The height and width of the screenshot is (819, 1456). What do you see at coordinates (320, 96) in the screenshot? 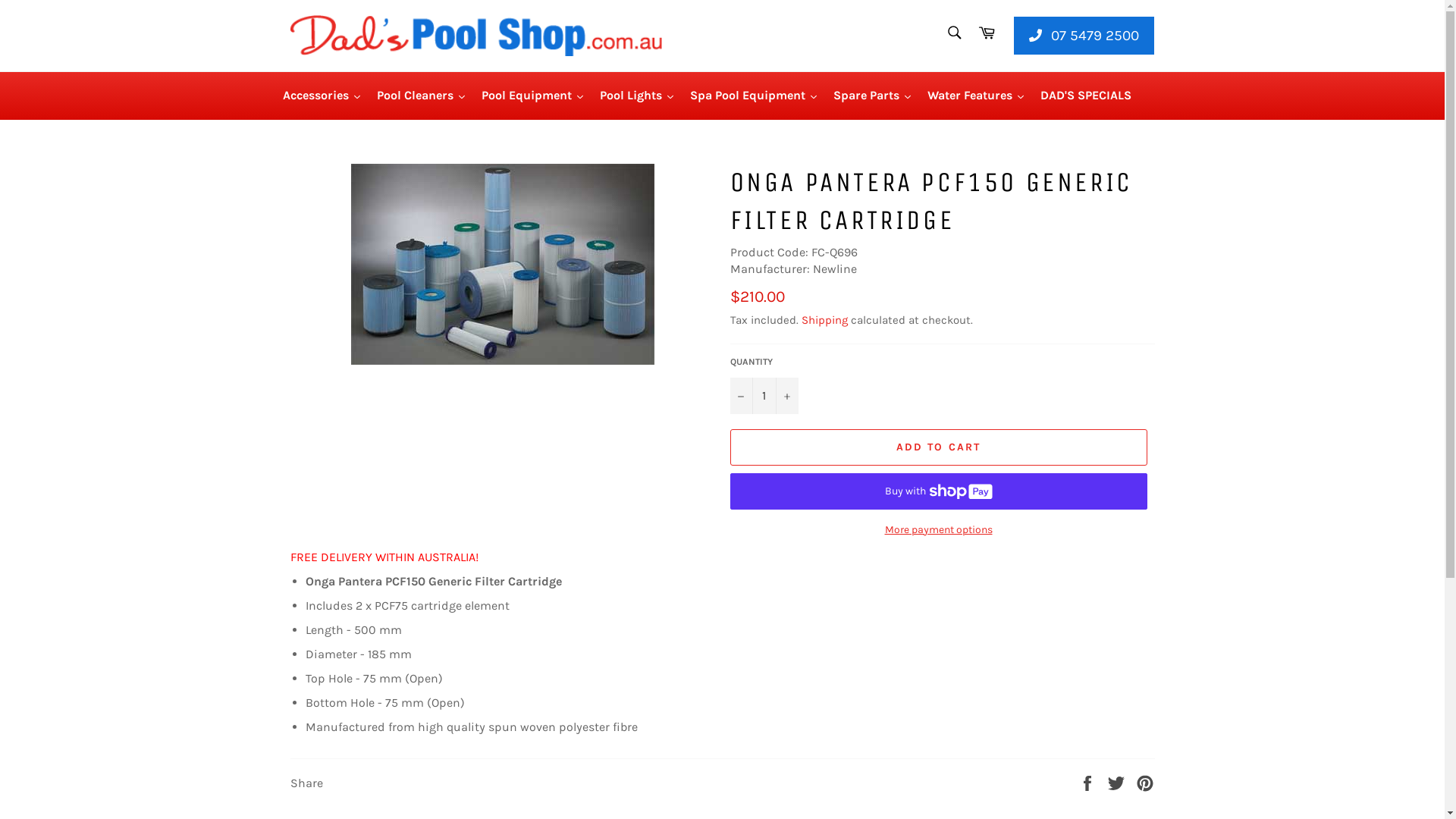
I see `'Accessories'` at bounding box center [320, 96].